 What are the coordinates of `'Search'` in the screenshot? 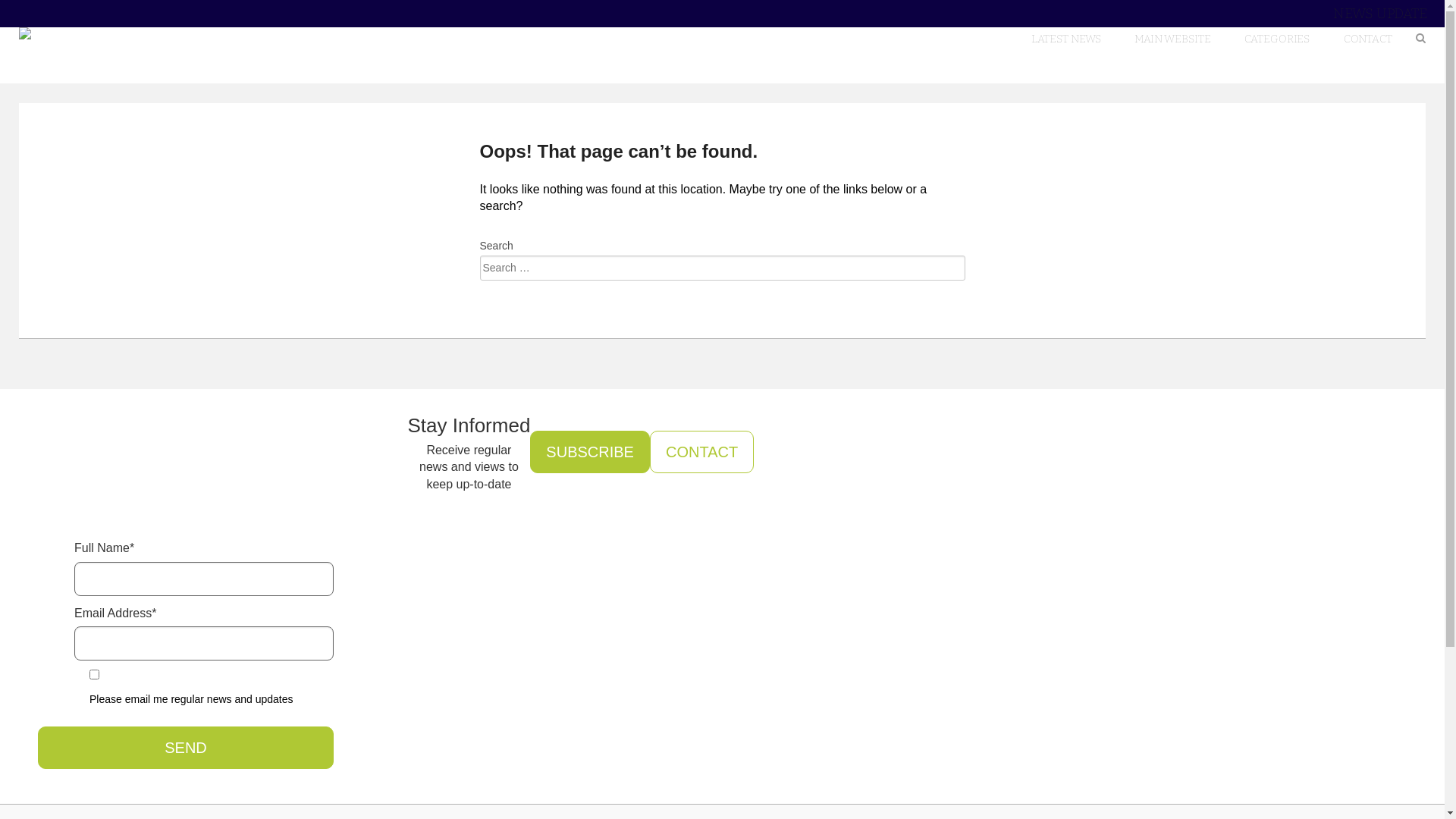 It's located at (53, 27).